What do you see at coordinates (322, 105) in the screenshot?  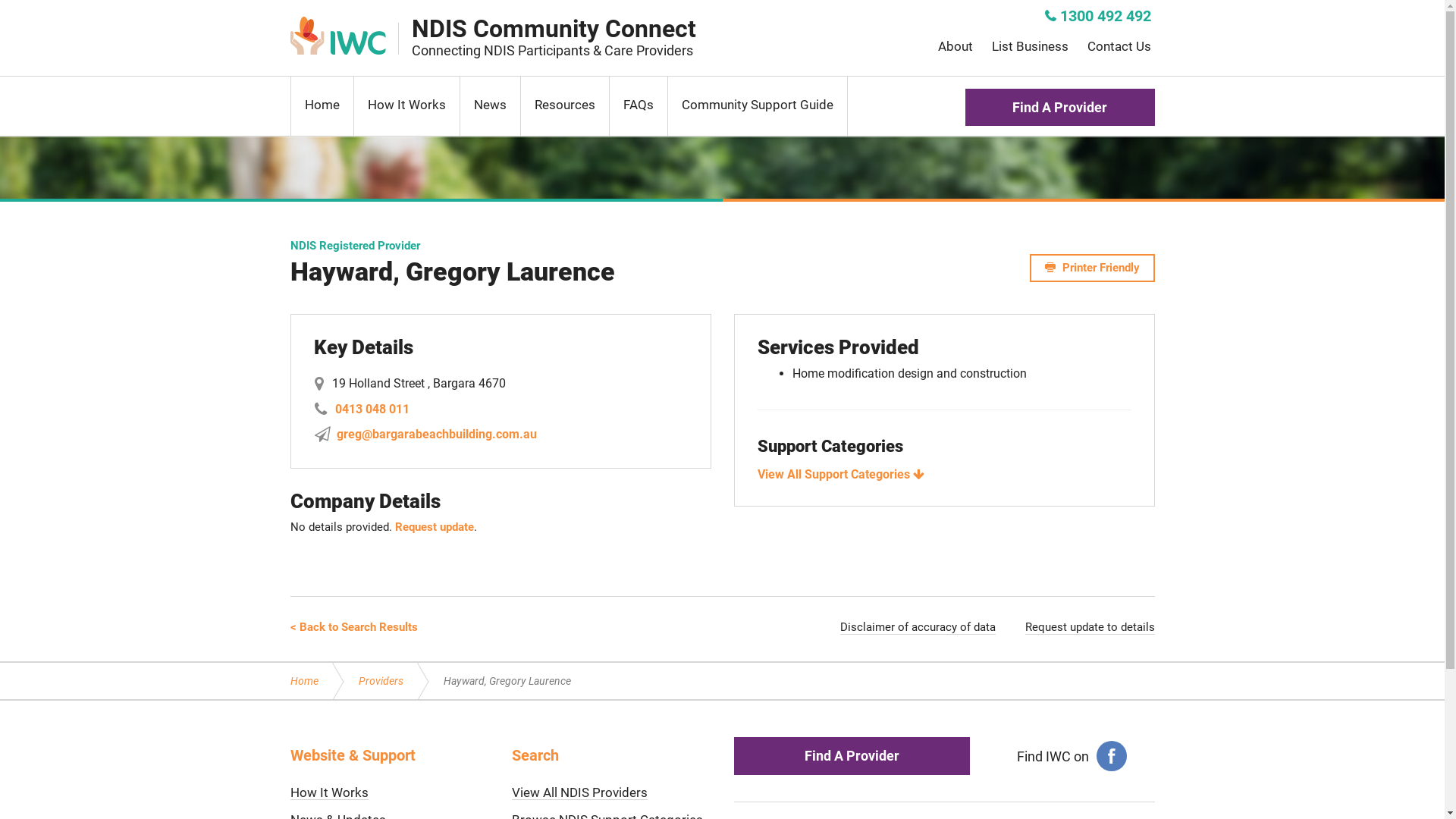 I see `'Home'` at bounding box center [322, 105].